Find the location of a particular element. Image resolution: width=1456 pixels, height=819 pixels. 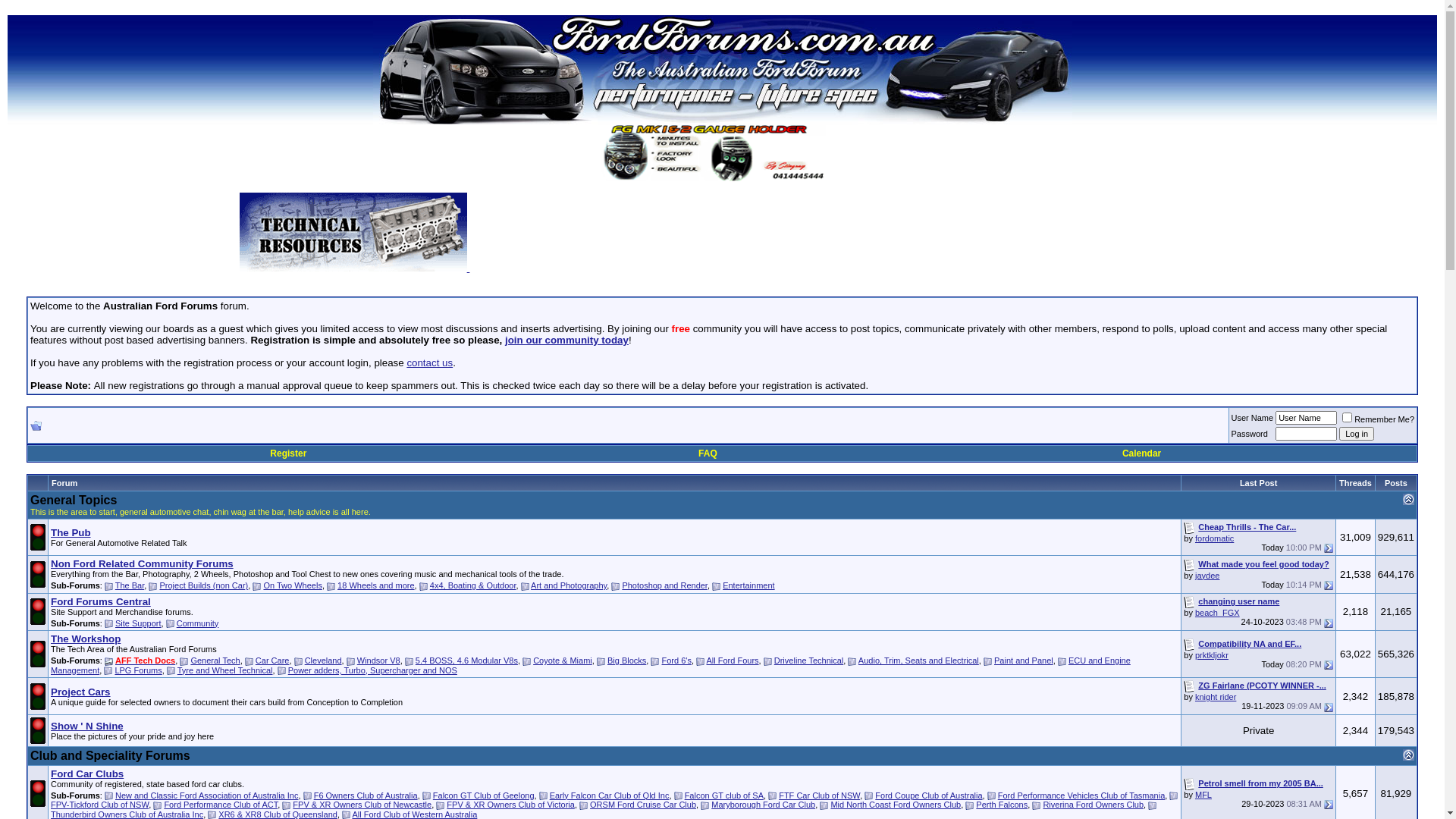

'Compatibility NA and EF...' is located at coordinates (1249, 643).